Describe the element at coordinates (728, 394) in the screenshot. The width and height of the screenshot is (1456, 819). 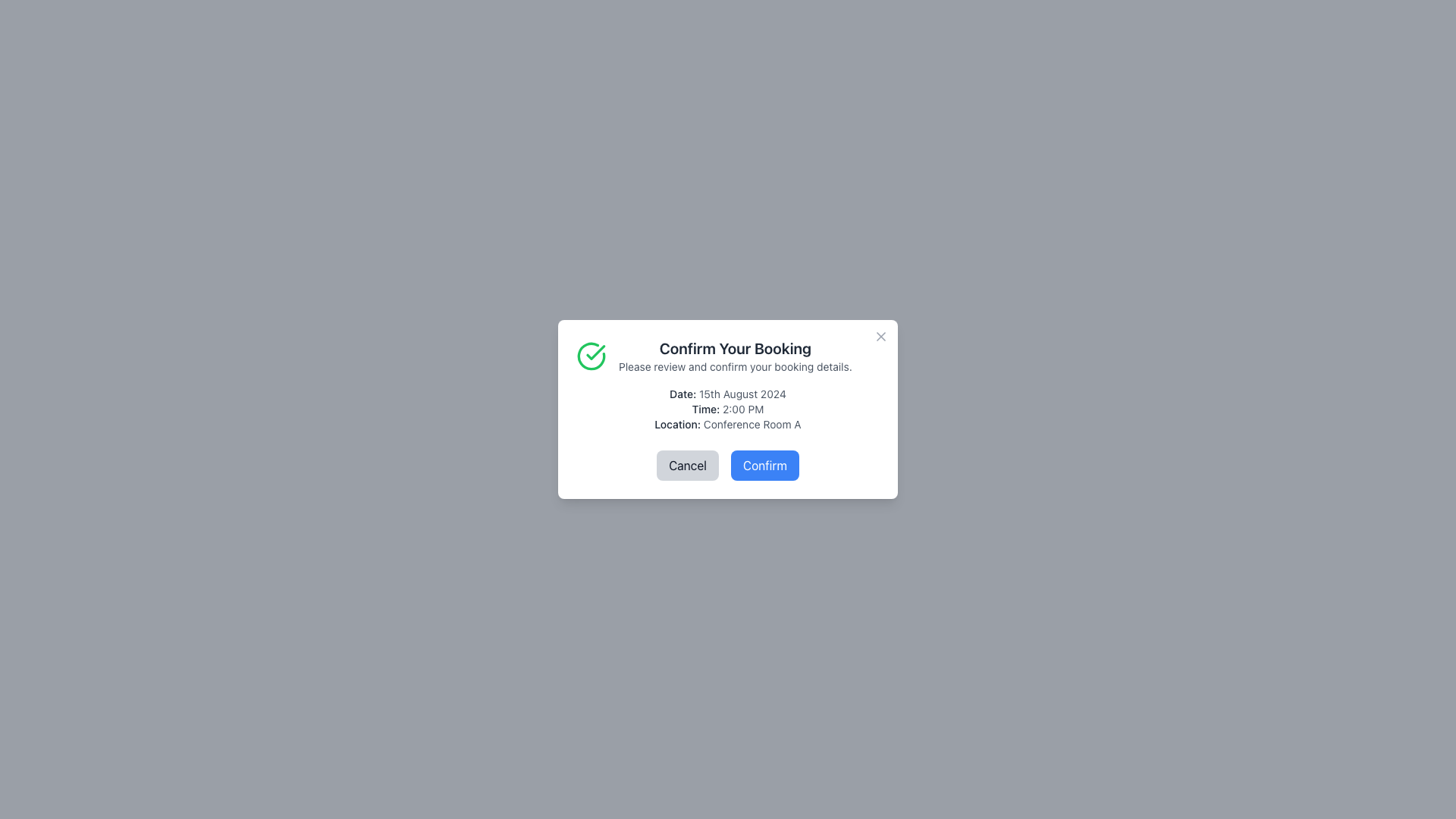
I see `the text label reading 'Date: 15th August 2024', which is located under the 'Confirm Your Booking' dialog heading` at that location.